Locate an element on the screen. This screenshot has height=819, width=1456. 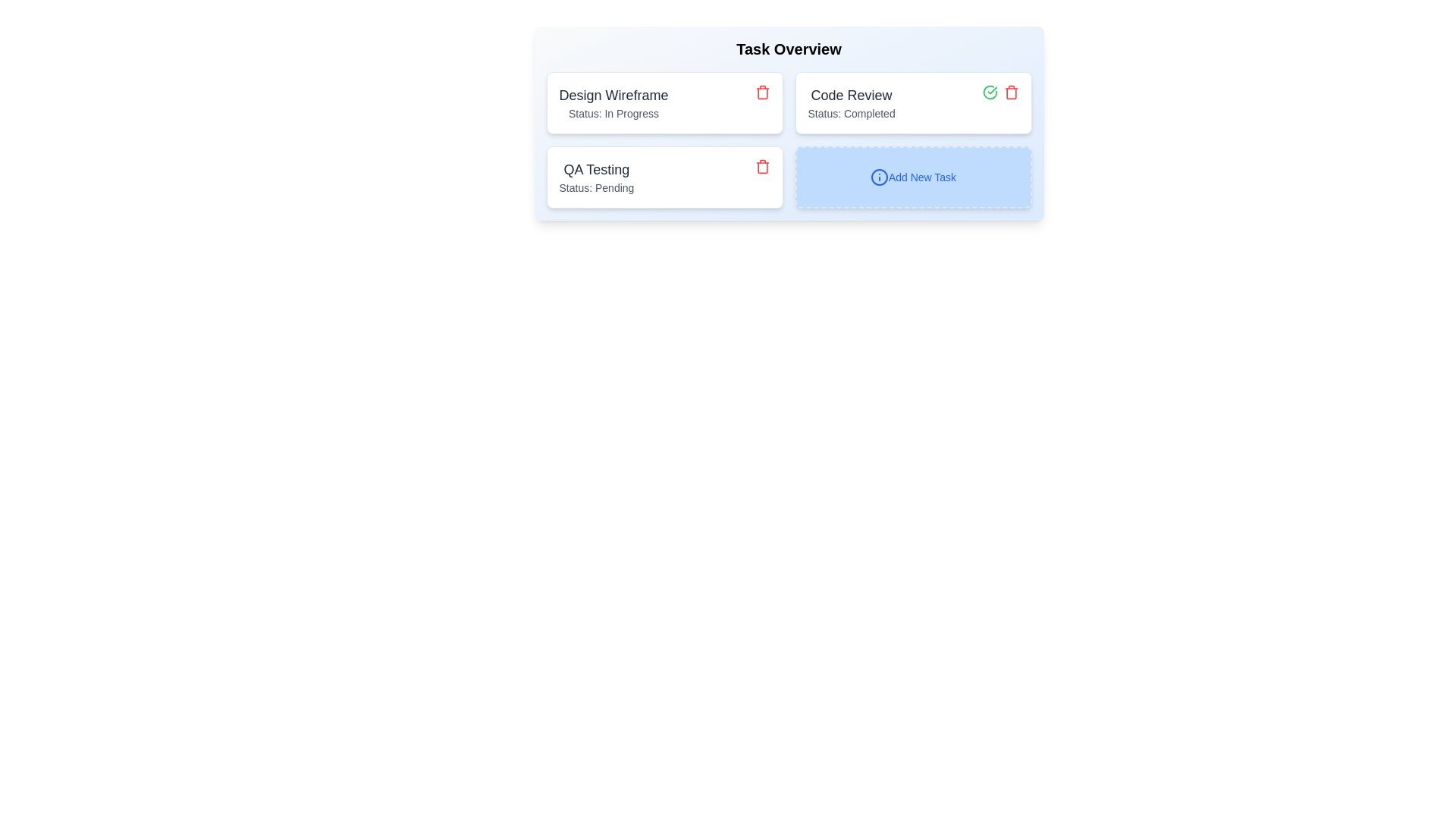
the trash icon for the task titled 'Code Review' to remove it is located at coordinates (1011, 93).